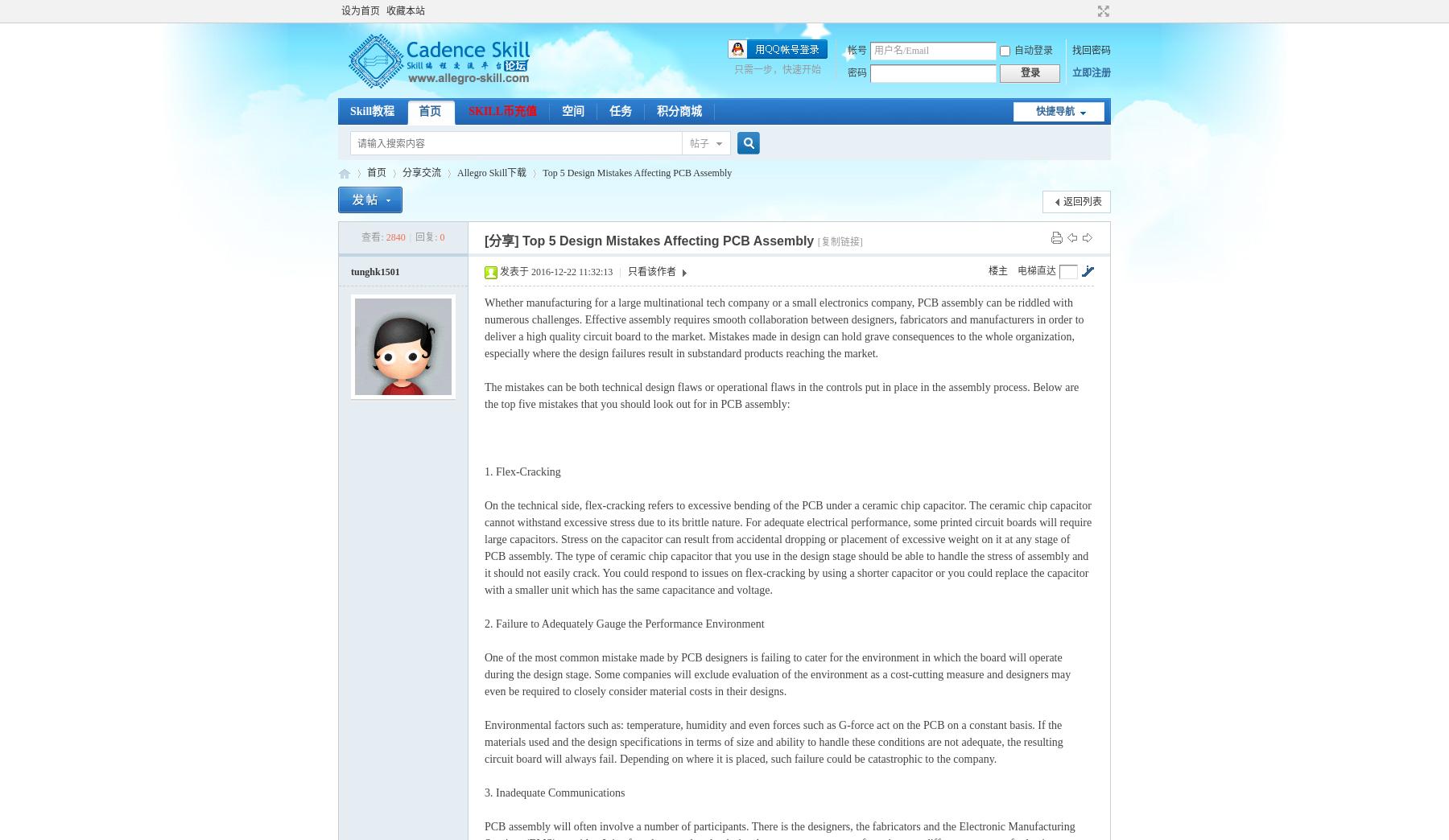 This screenshot has height=840, width=1449. What do you see at coordinates (384, 237) in the screenshot?
I see `'2840'` at bounding box center [384, 237].